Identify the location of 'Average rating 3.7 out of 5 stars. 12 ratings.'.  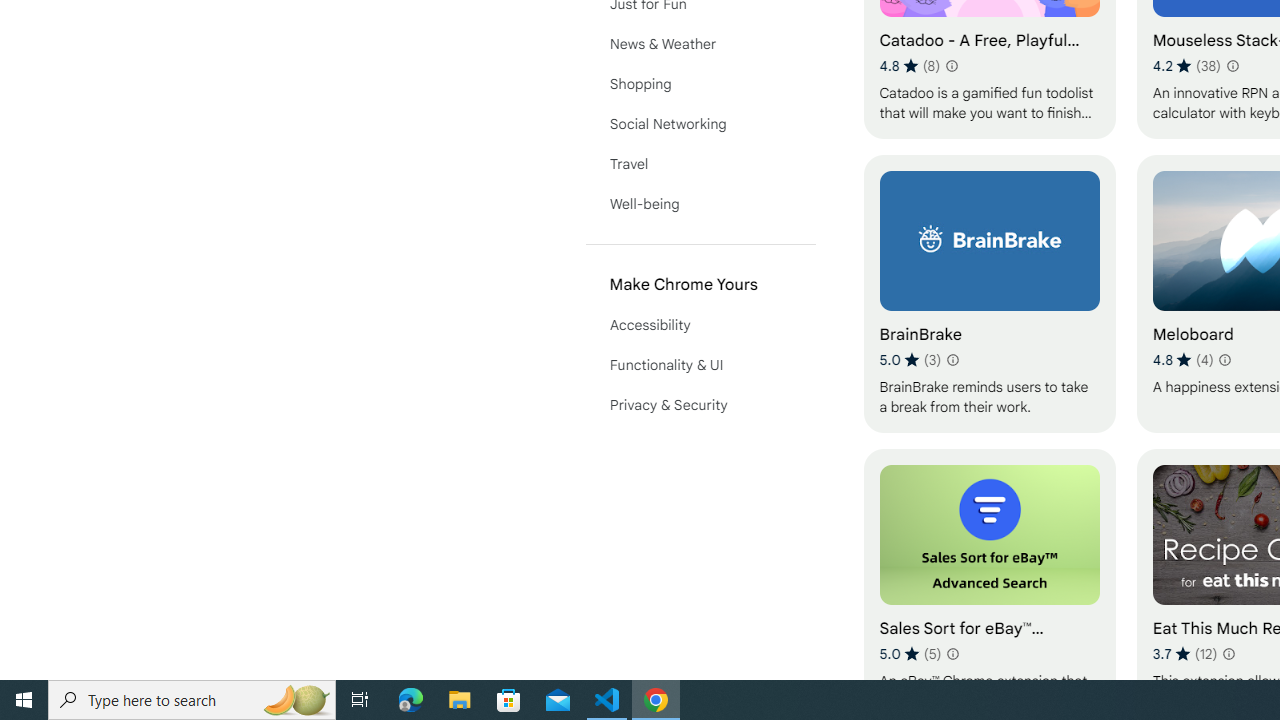
(1185, 653).